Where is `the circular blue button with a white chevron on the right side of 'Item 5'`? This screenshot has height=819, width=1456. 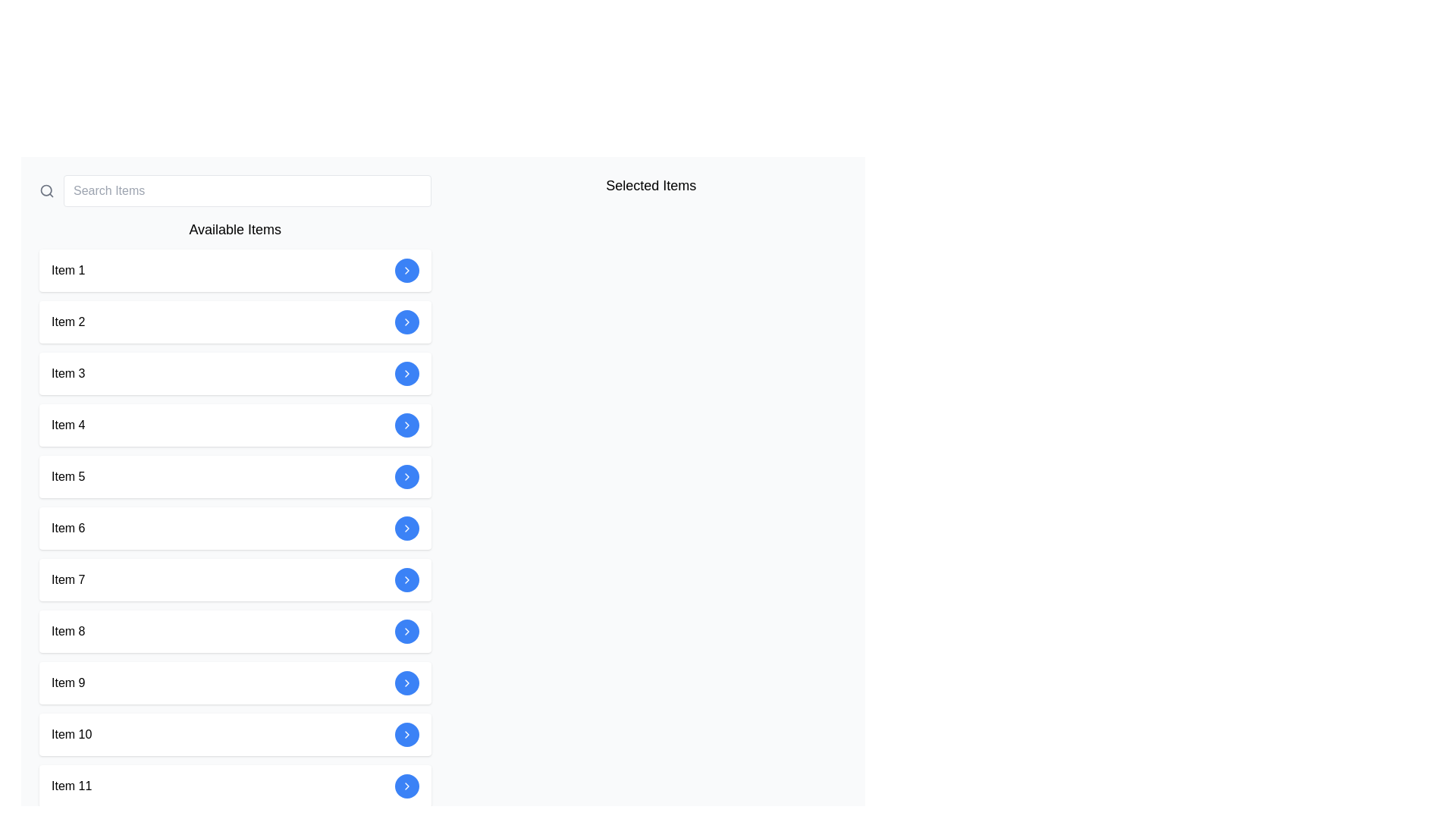 the circular blue button with a white chevron on the right side of 'Item 5' is located at coordinates (406, 475).